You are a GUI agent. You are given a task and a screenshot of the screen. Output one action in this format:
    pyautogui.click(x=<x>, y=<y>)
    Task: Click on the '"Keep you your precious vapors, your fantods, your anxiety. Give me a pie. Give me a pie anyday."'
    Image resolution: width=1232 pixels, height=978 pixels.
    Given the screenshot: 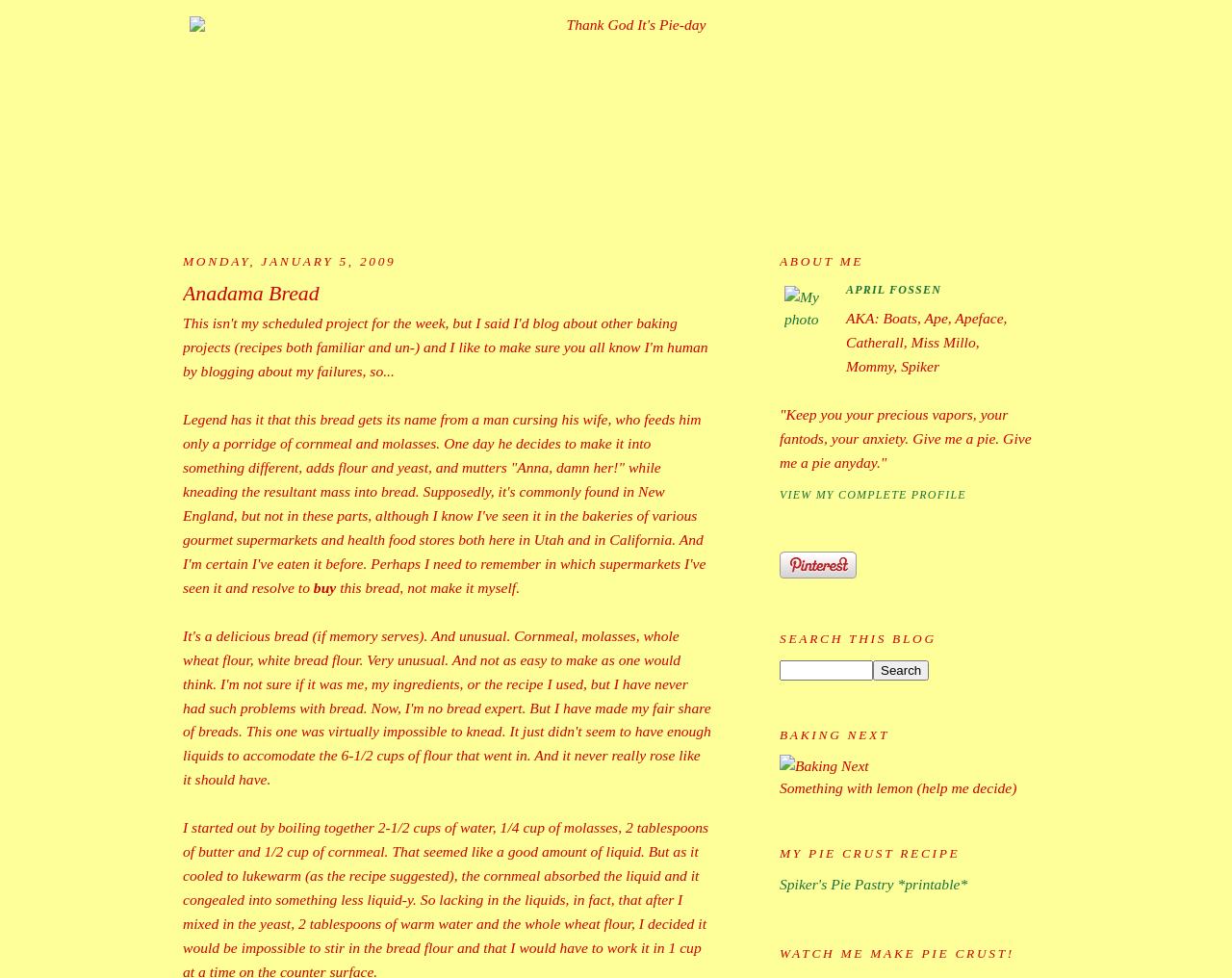 What is the action you would take?
    pyautogui.click(x=904, y=437)
    